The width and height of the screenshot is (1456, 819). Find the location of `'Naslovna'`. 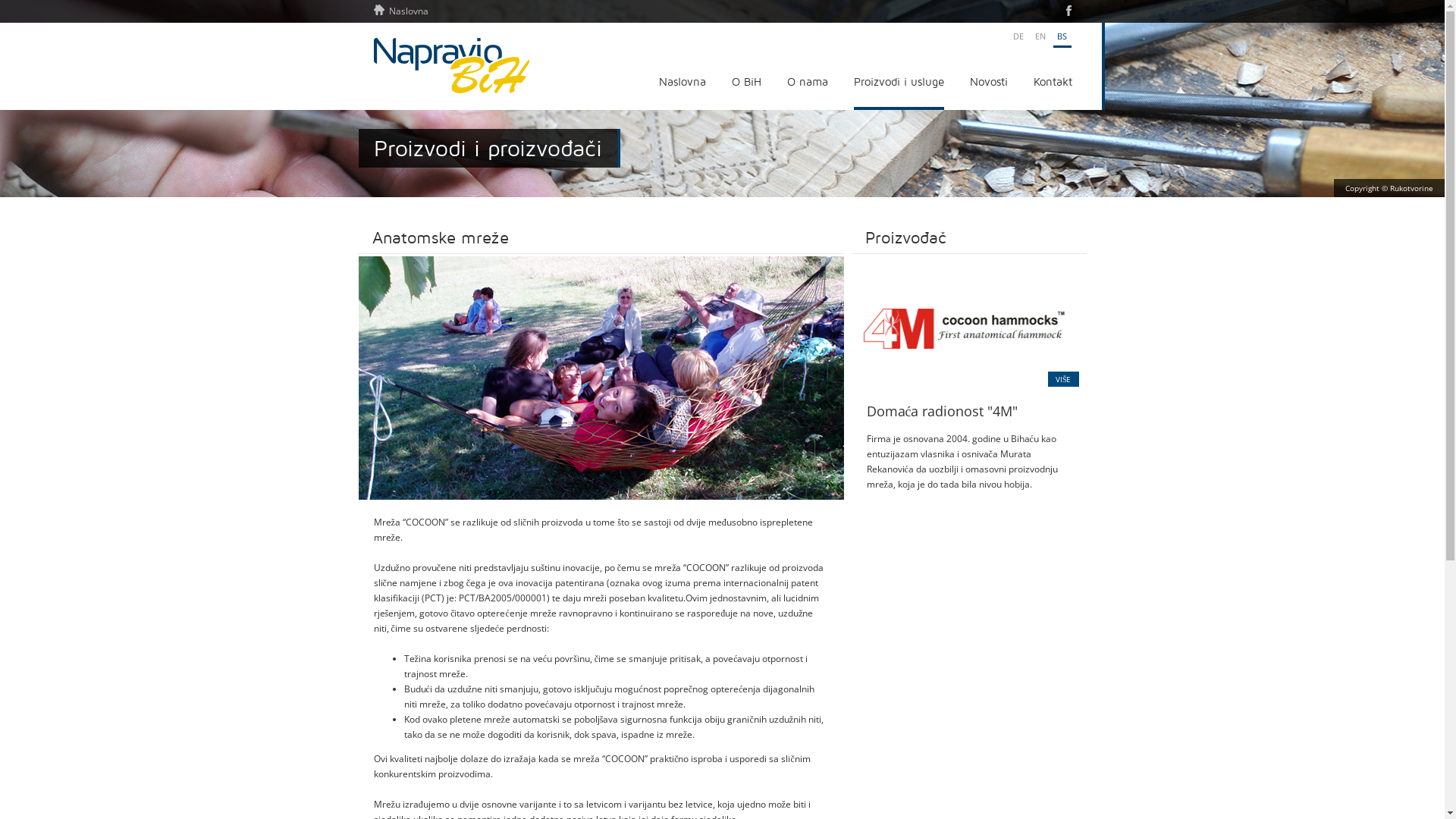

'Naslovna' is located at coordinates (372, 11).